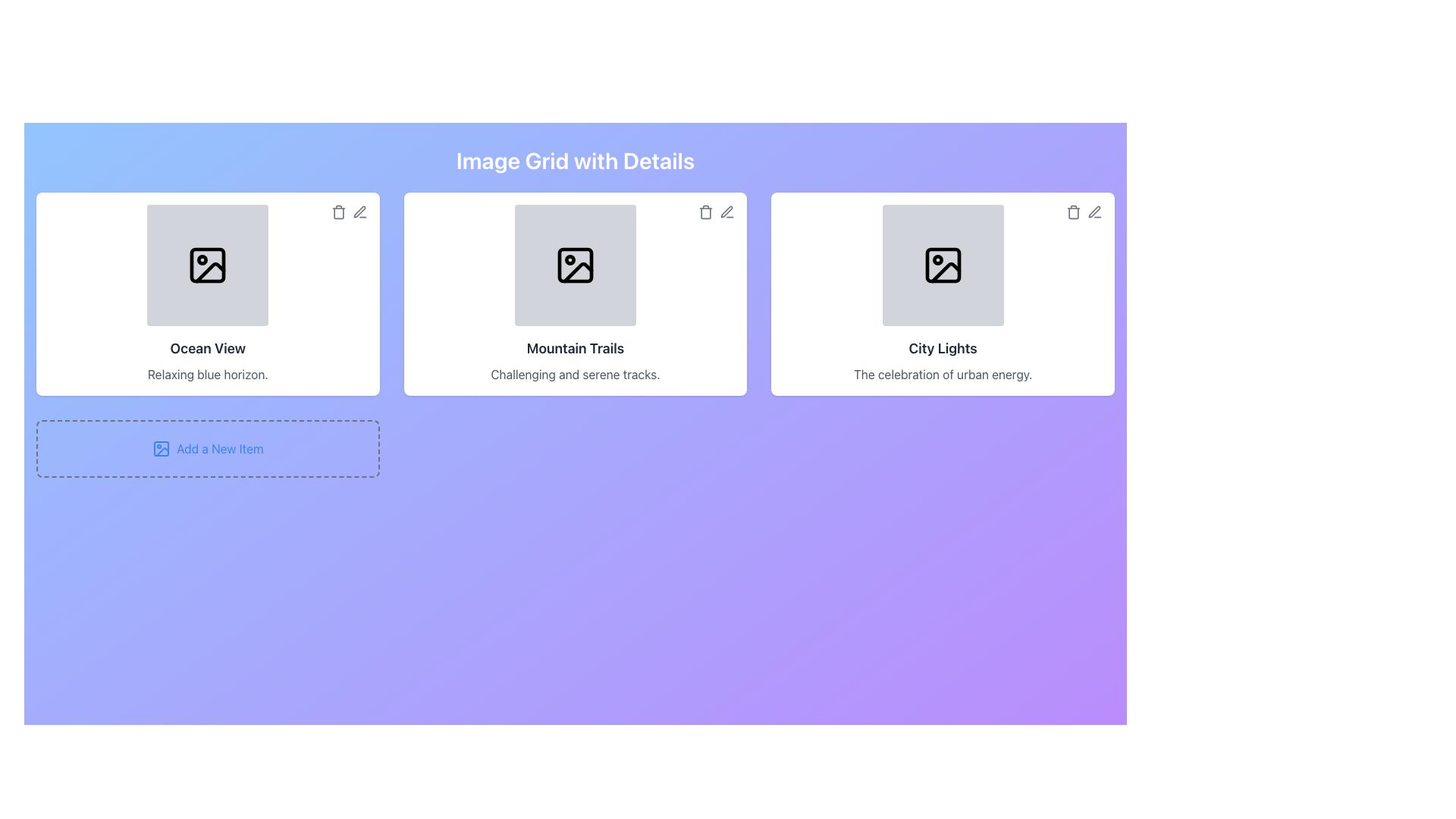 This screenshot has height=819, width=1456. What do you see at coordinates (1073, 212) in the screenshot?
I see `the trash can icon in the upper right corner of the City Lights card` at bounding box center [1073, 212].